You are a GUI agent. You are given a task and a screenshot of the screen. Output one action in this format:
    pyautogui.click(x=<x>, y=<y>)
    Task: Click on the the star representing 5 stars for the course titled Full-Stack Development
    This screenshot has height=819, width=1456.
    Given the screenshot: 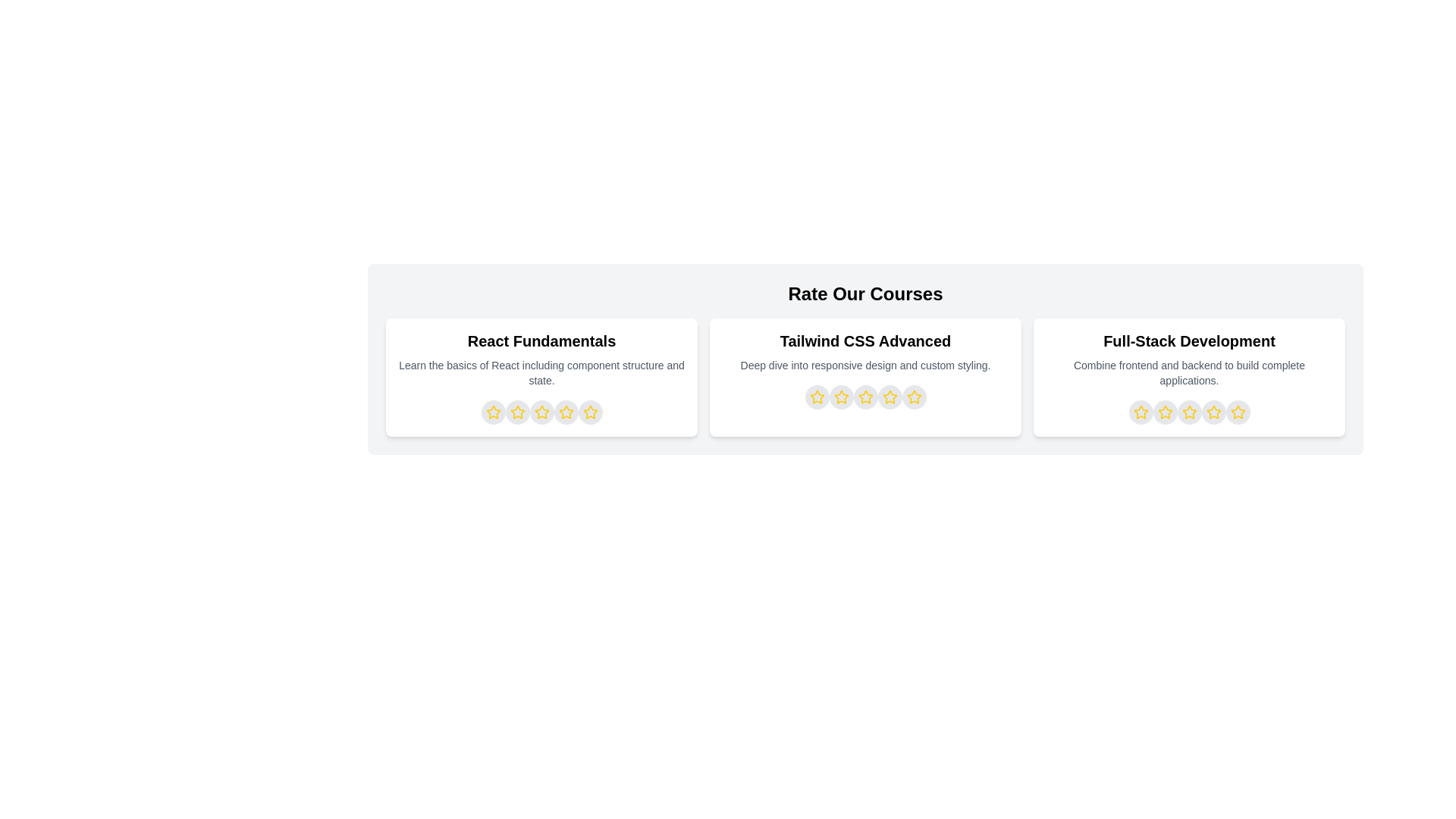 What is the action you would take?
    pyautogui.click(x=1238, y=412)
    